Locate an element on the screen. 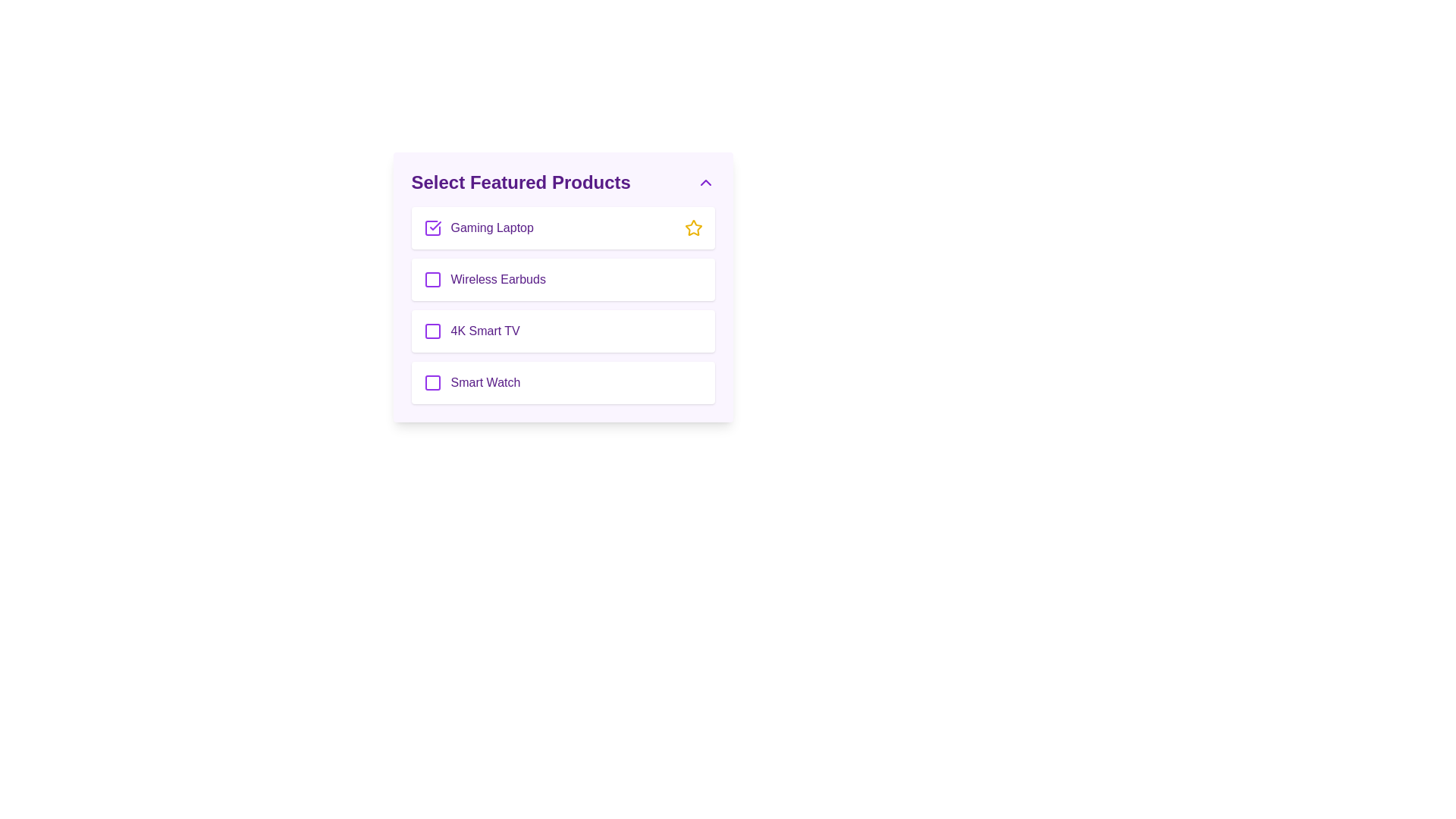 This screenshot has width=1456, height=819. the selection checkbox for the 'Wireless Earbuds' item, which is located to the left of the associated text in the second row of options is located at coordinates (431, 280).